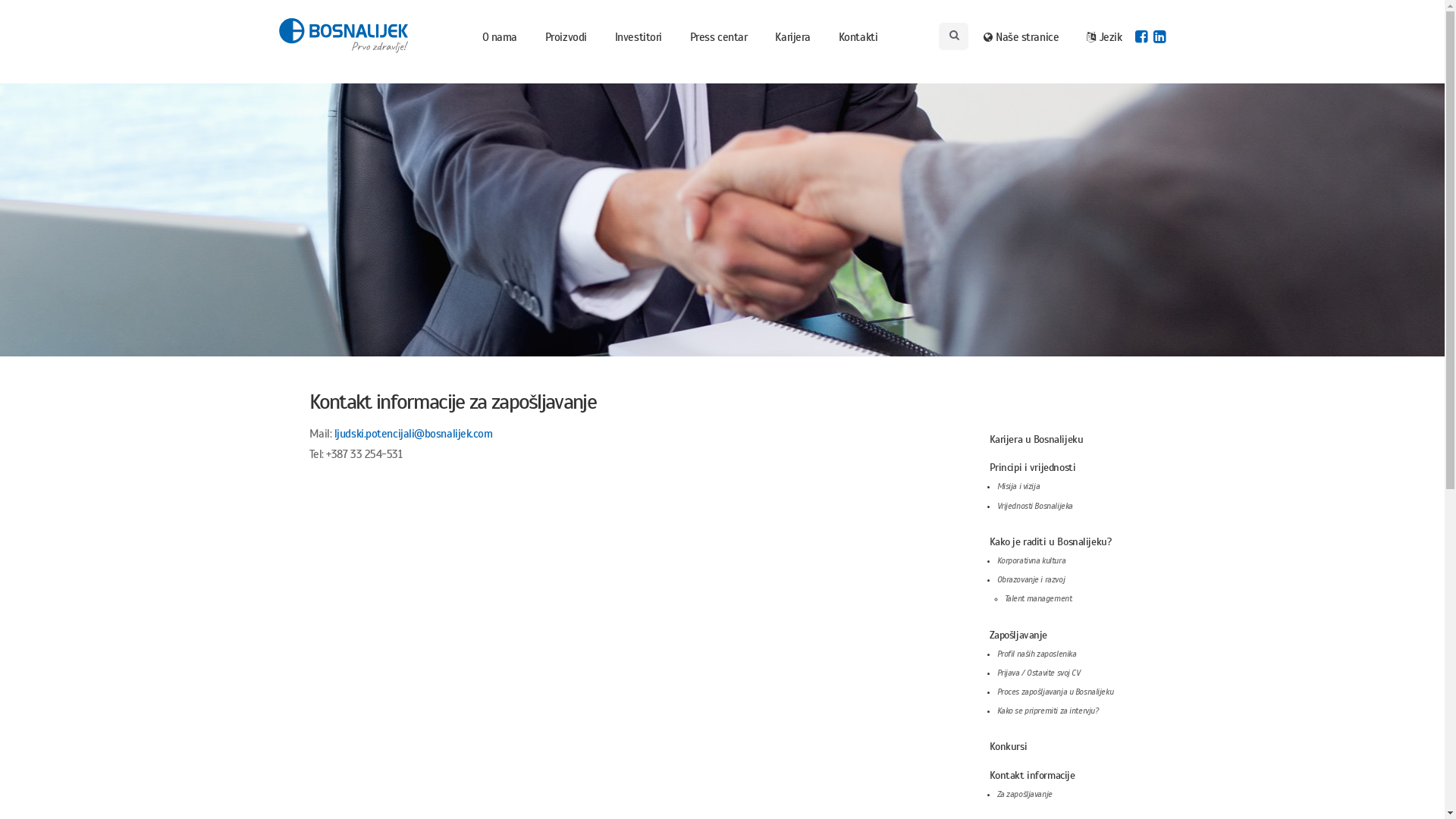 This screenshot has width=1456, height=819. I want to click on 'Konkursi', so click(1008, 745).